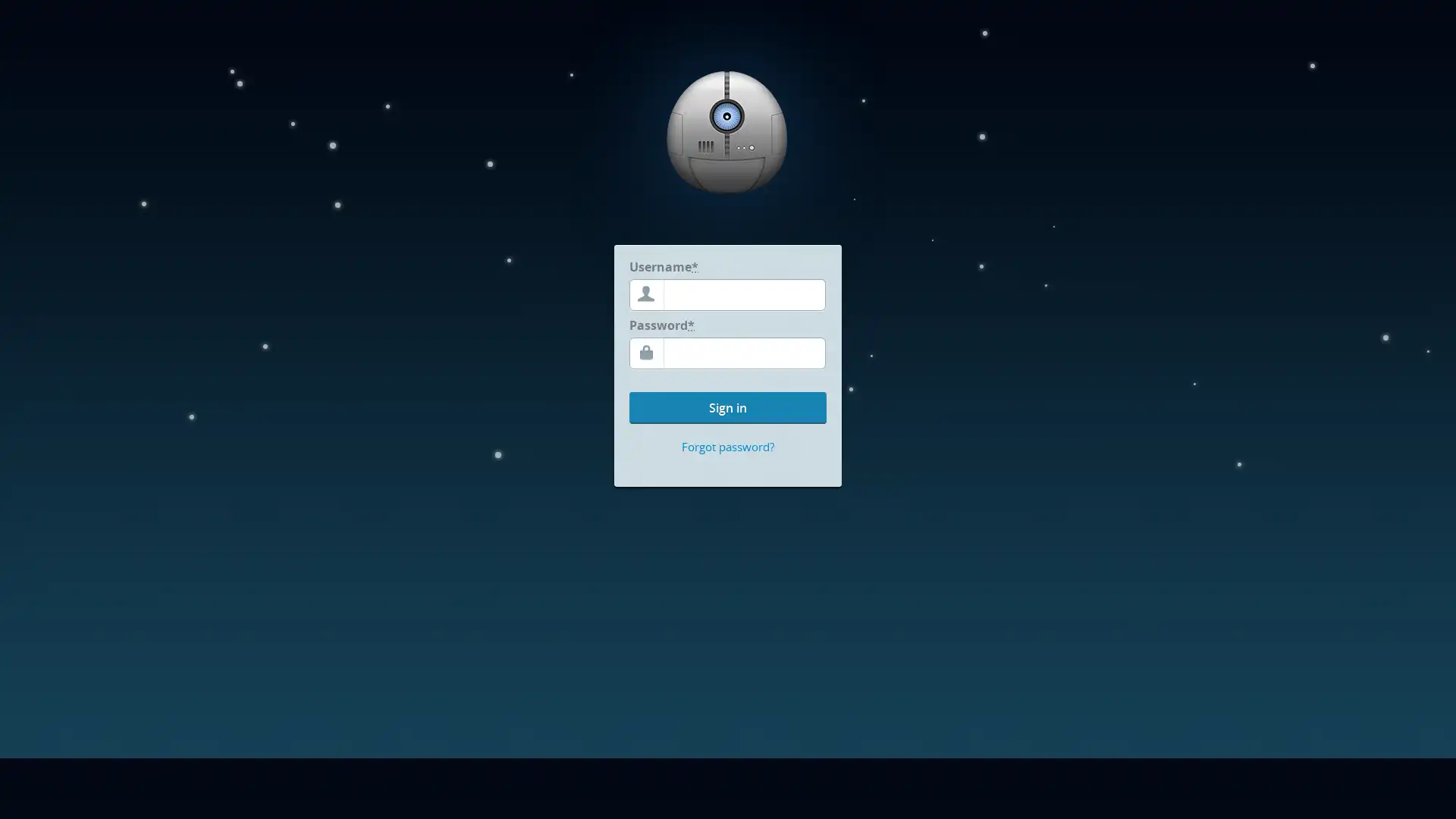 This screenshot has height=819, width=1456. Describe the element at coordinates (728, 406) in the screenshot. I see `Sign in` at that location.